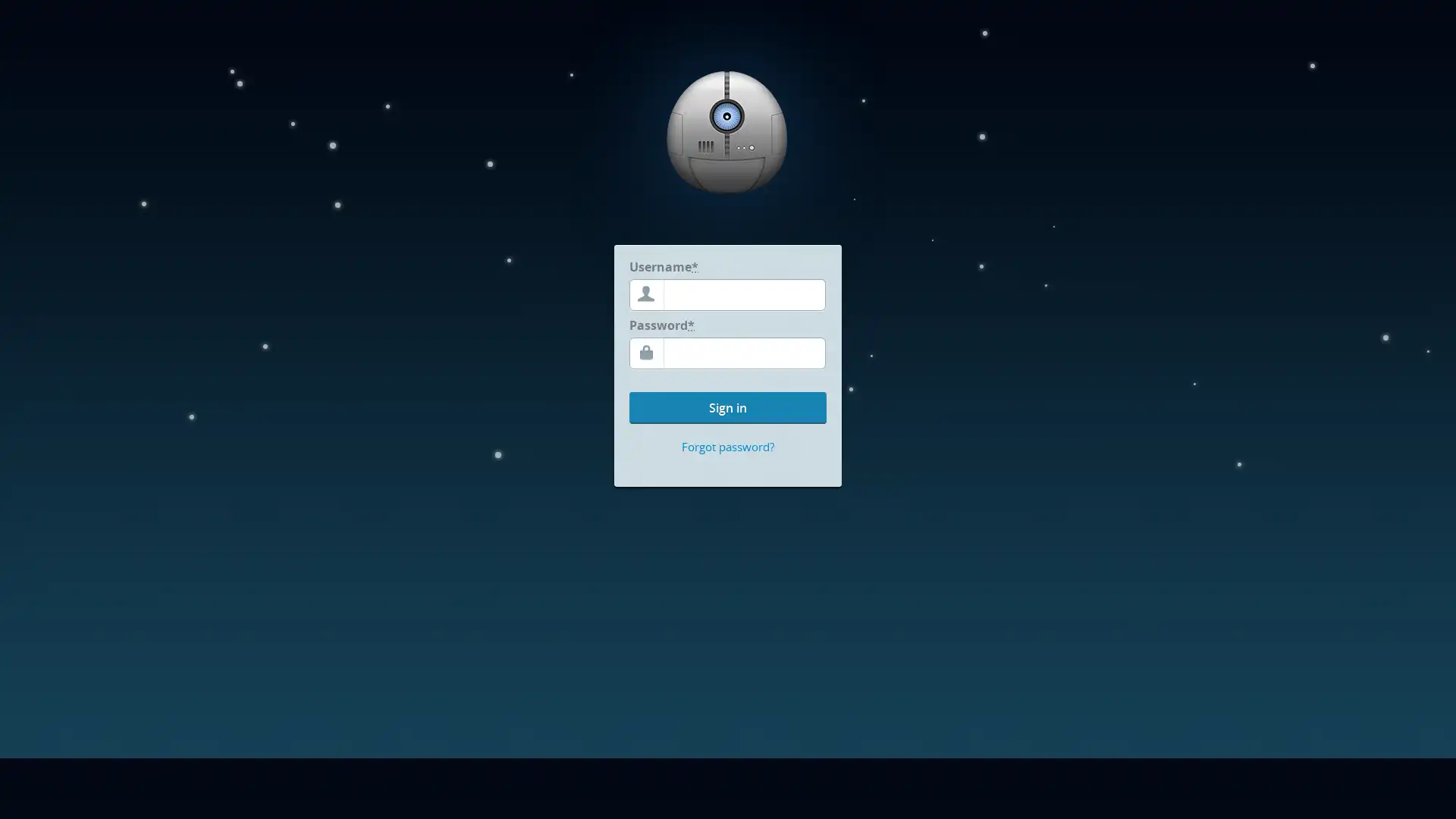 This screenshot has height=819, width=1456. Describe the element at coordinates (728, 406) in the screenshot. I see `Sign in` at that location.